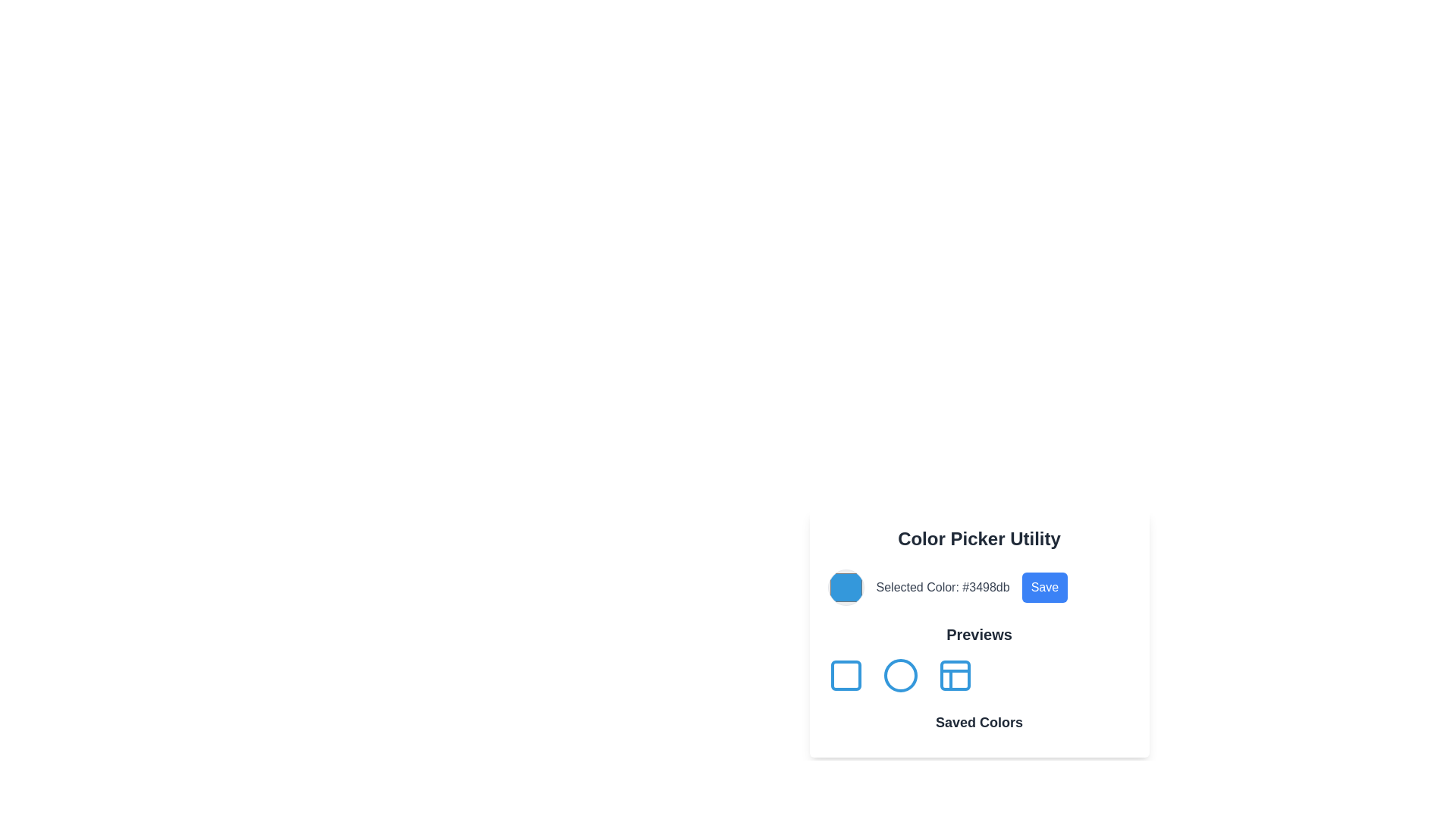 The width and height of the screenshot is (1456, 819). I want to click on the leftmost circular color display in the 'Color Picker Utility' section, so click(845, 587).